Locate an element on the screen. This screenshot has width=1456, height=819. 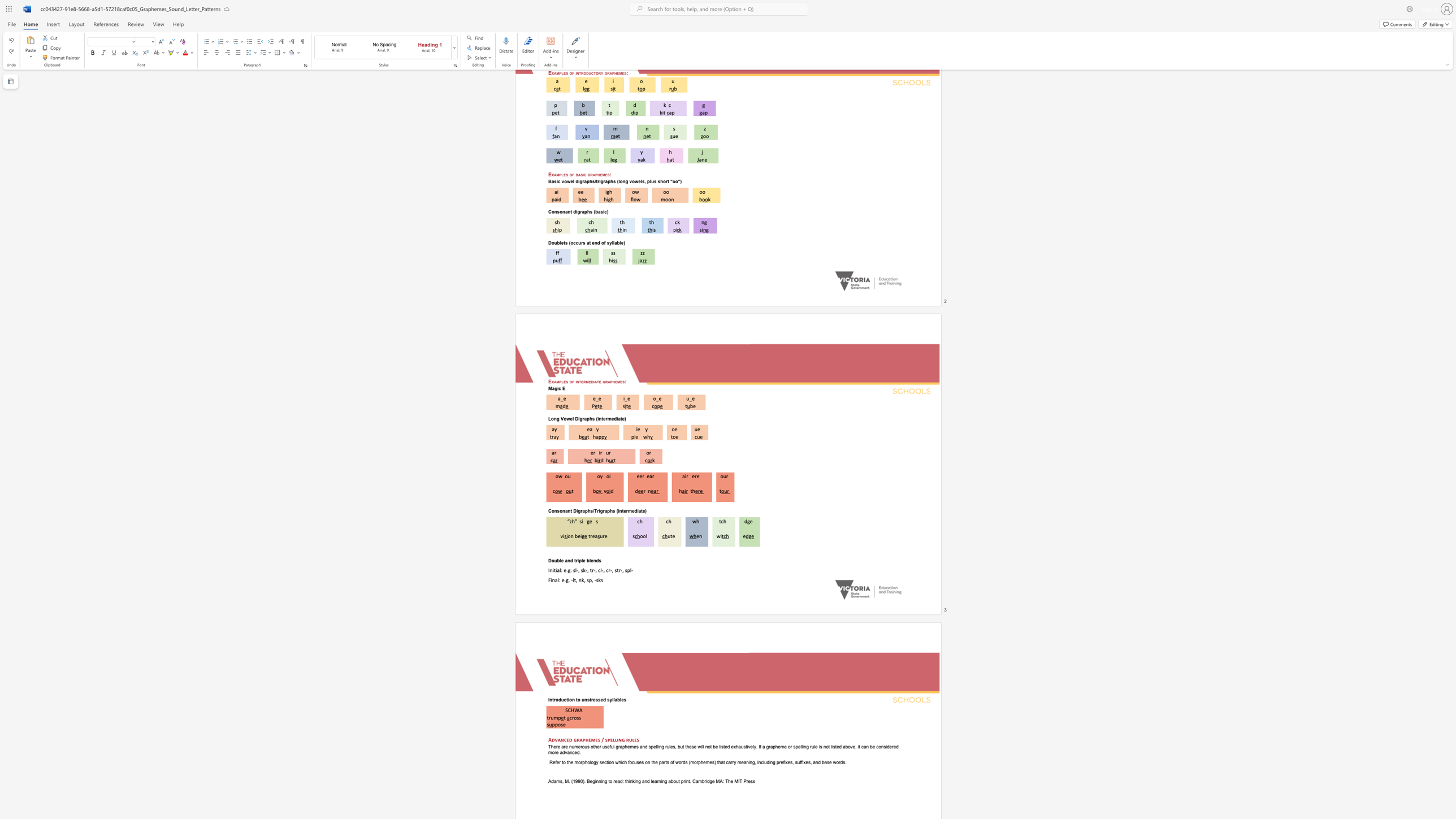
the space between the continuous character "g" and "e" in the text is located at coordinates (588, 520).